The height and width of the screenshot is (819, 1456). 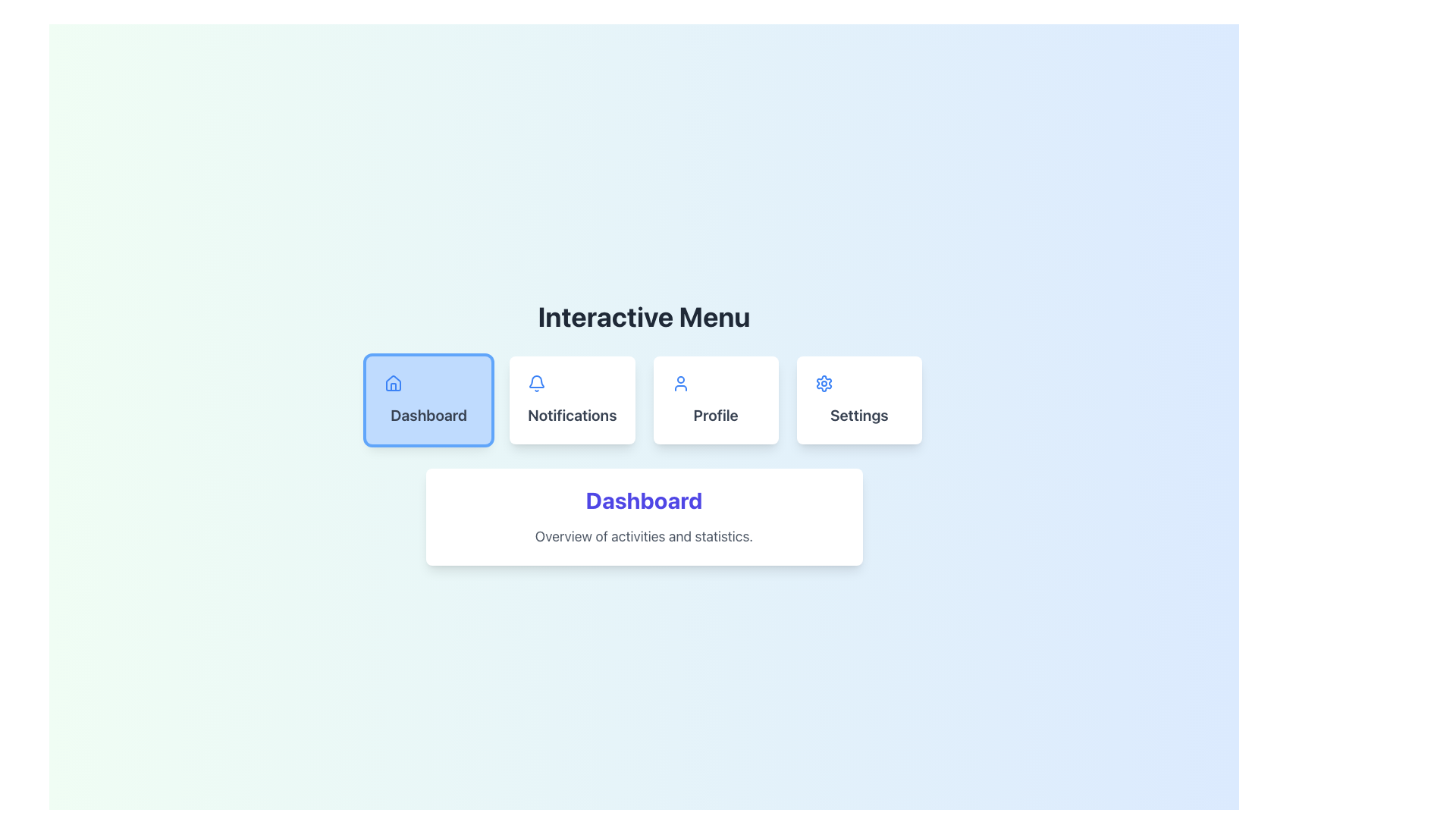 What do you see at coordinates (571, 415) in the screenshot?
I see `the 'Notifications' text label` at bounding box center [571, 415].